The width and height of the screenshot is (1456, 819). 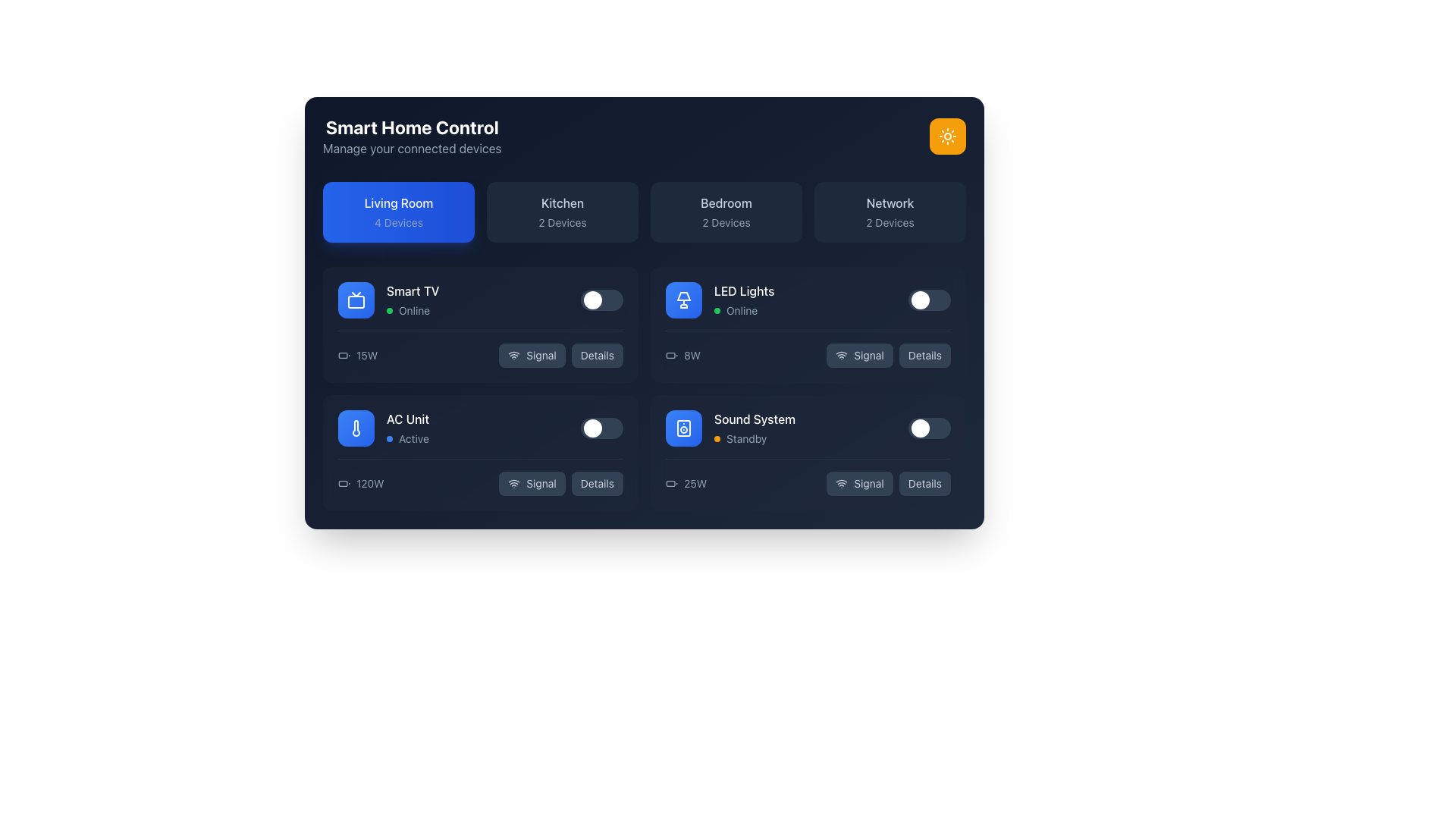 What do you see at coordinates (562, 212) in the screenshot?
I see `the 'Kitchen' button, which is a rectangular button with rounded corners, dark slate background, and contains the text 'Kitchen' and '2 Devices'` at bounding box center [562, 212].